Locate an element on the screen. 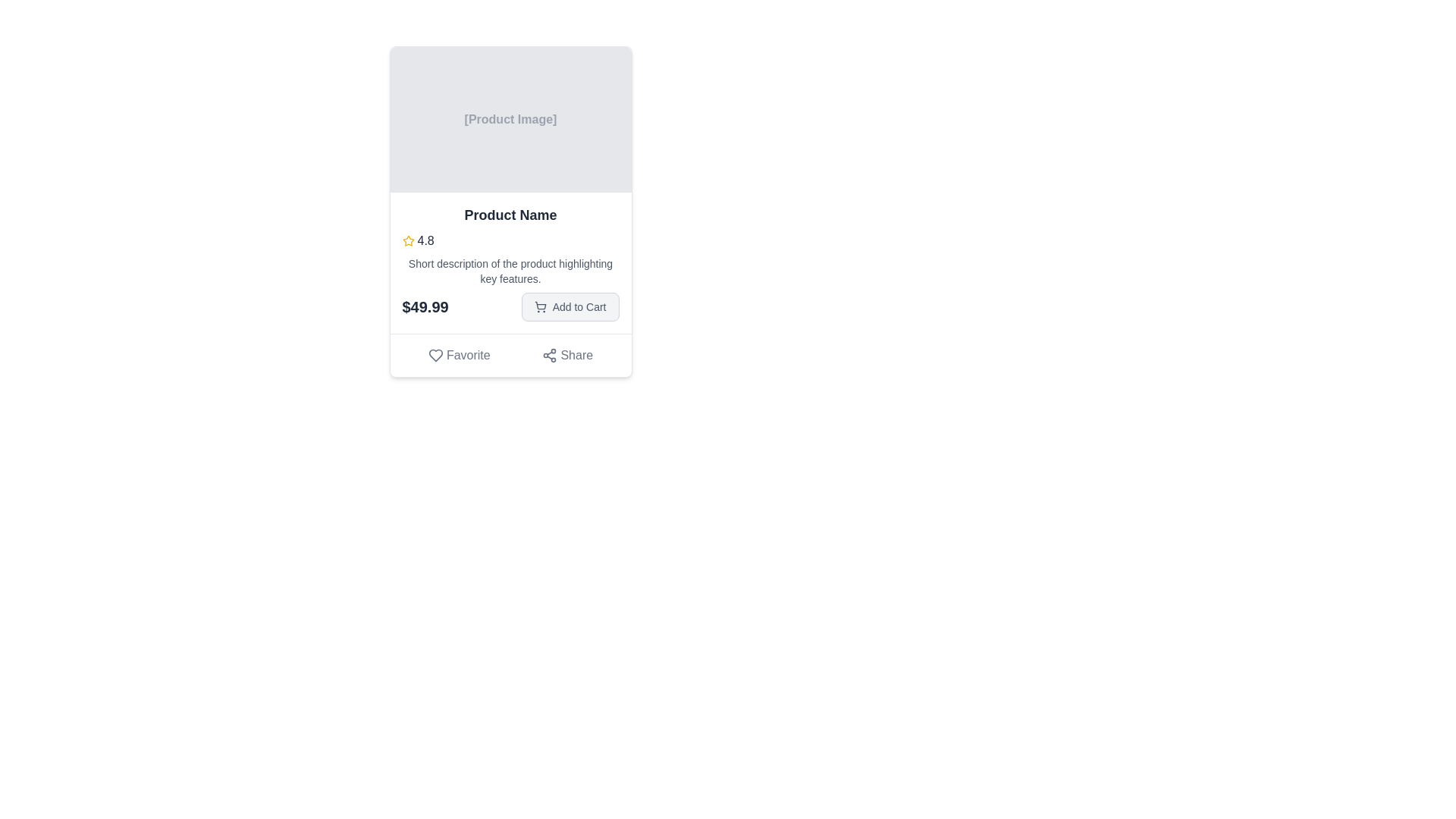 The width and height of the screenshot is (1456, 819). the Text Display element showing the rating '4.8' which is gray and positioned next to a yellow star icon in the product description panel is located at coordinates (425, 240).